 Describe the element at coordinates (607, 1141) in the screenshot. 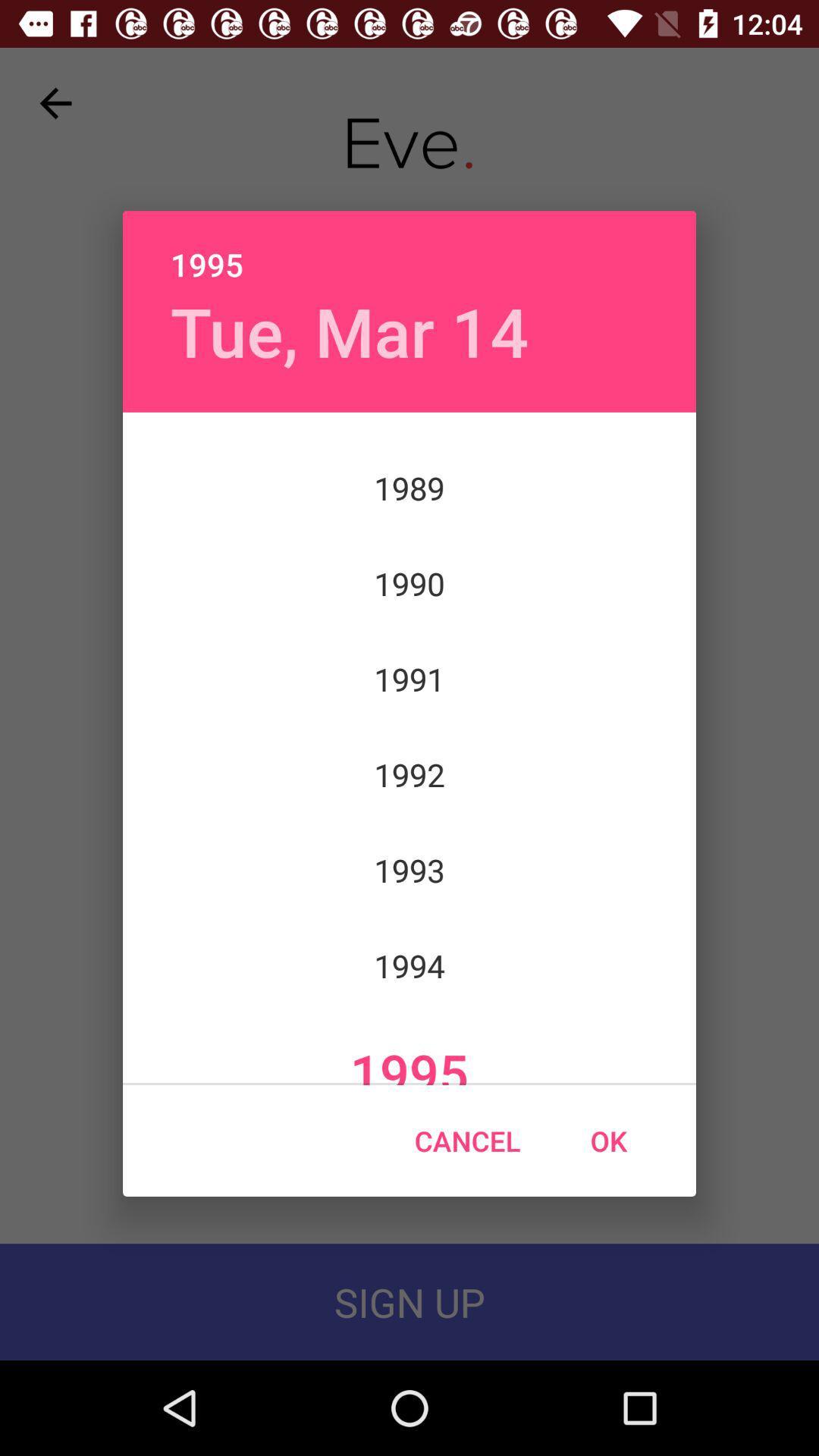

I see `icon below 1995 item` at that location.